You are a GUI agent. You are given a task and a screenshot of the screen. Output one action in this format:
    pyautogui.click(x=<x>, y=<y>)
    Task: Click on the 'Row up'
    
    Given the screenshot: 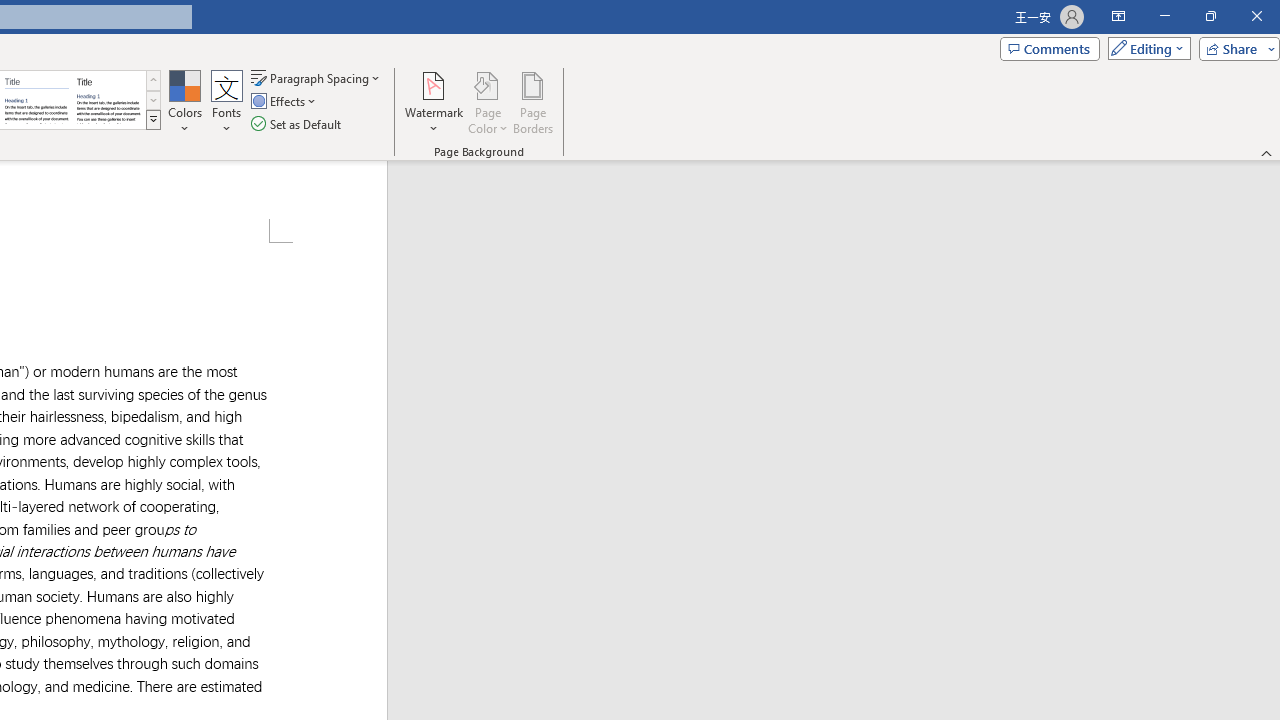 What is the action you would take?
    pyautogui.click(x=152, y=79)
    